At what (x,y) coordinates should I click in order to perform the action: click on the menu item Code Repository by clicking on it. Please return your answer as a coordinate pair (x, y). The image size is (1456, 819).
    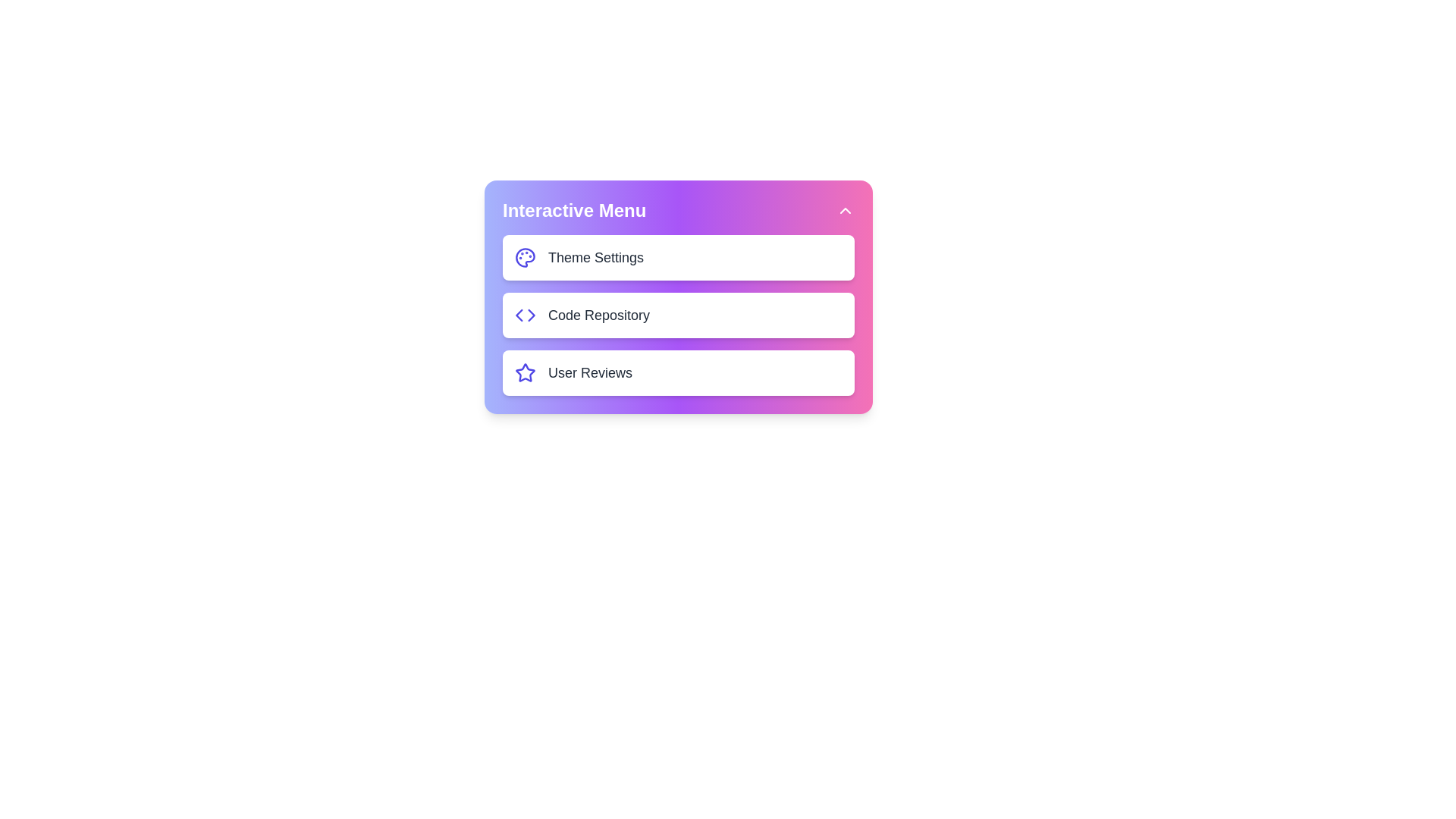
    Looking at the image, I should click on (677, 315).